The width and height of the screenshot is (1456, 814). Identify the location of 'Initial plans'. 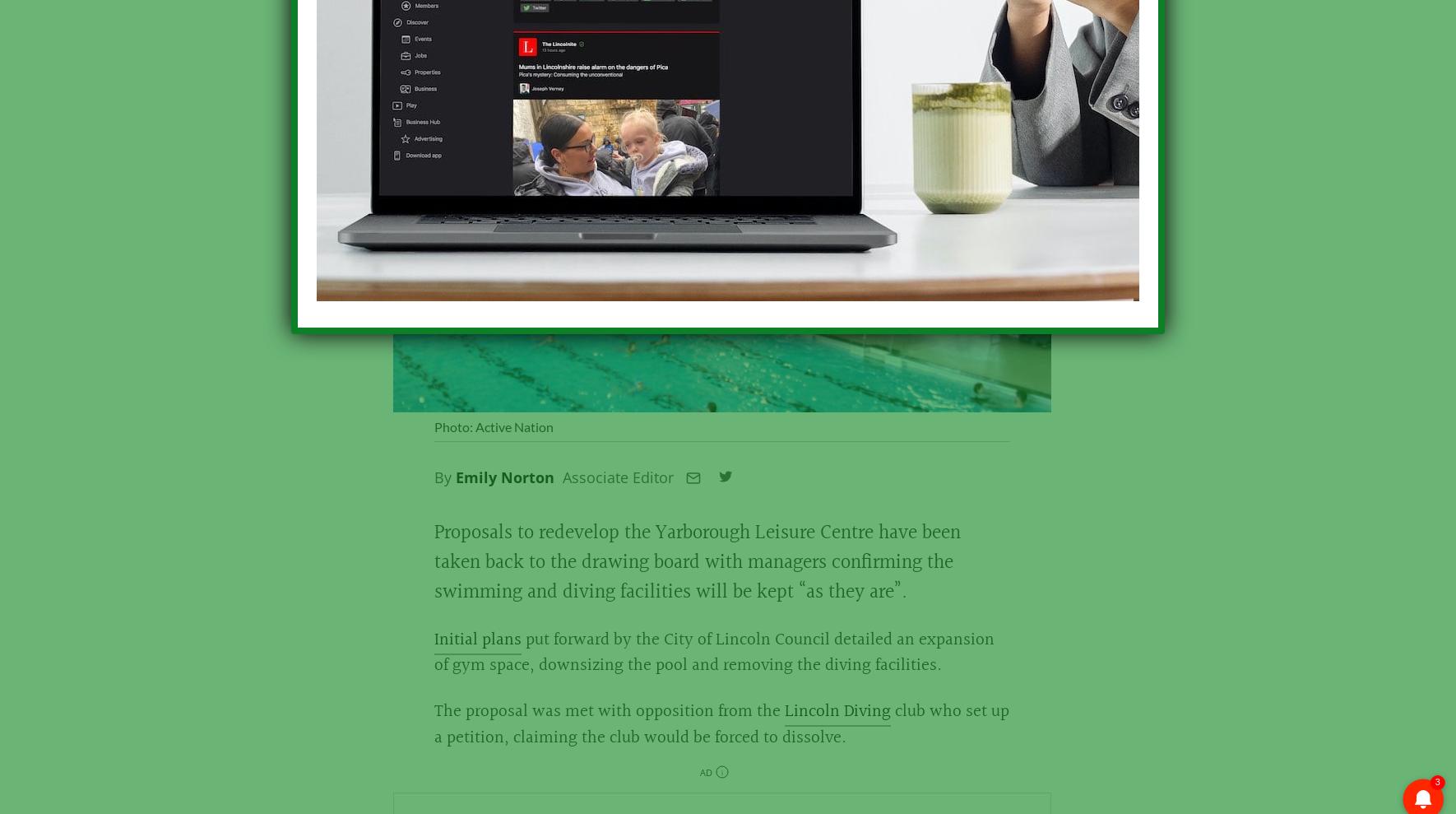
(477, 648).